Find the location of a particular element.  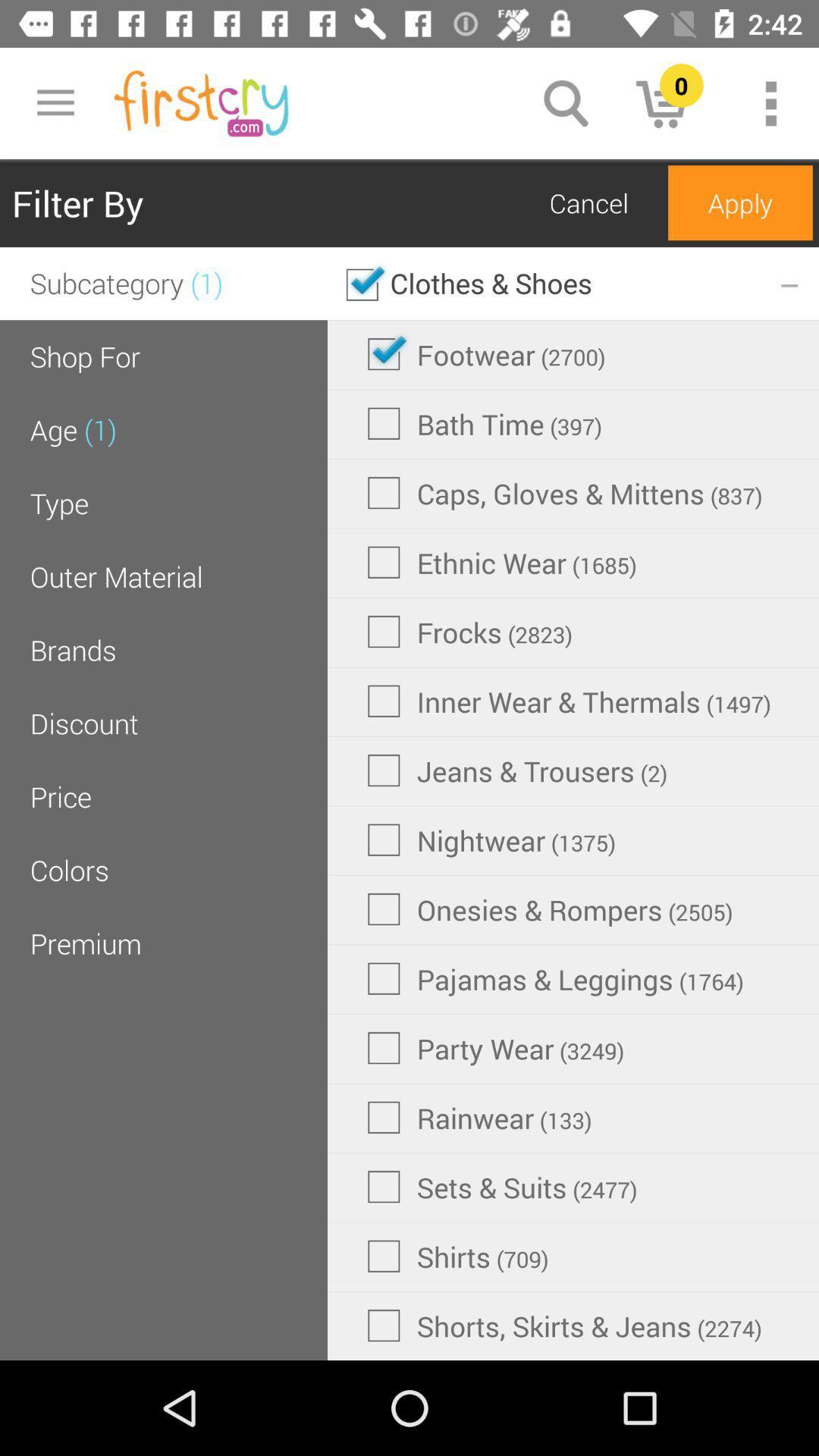

the brands item is located at coordinates (73, 650).